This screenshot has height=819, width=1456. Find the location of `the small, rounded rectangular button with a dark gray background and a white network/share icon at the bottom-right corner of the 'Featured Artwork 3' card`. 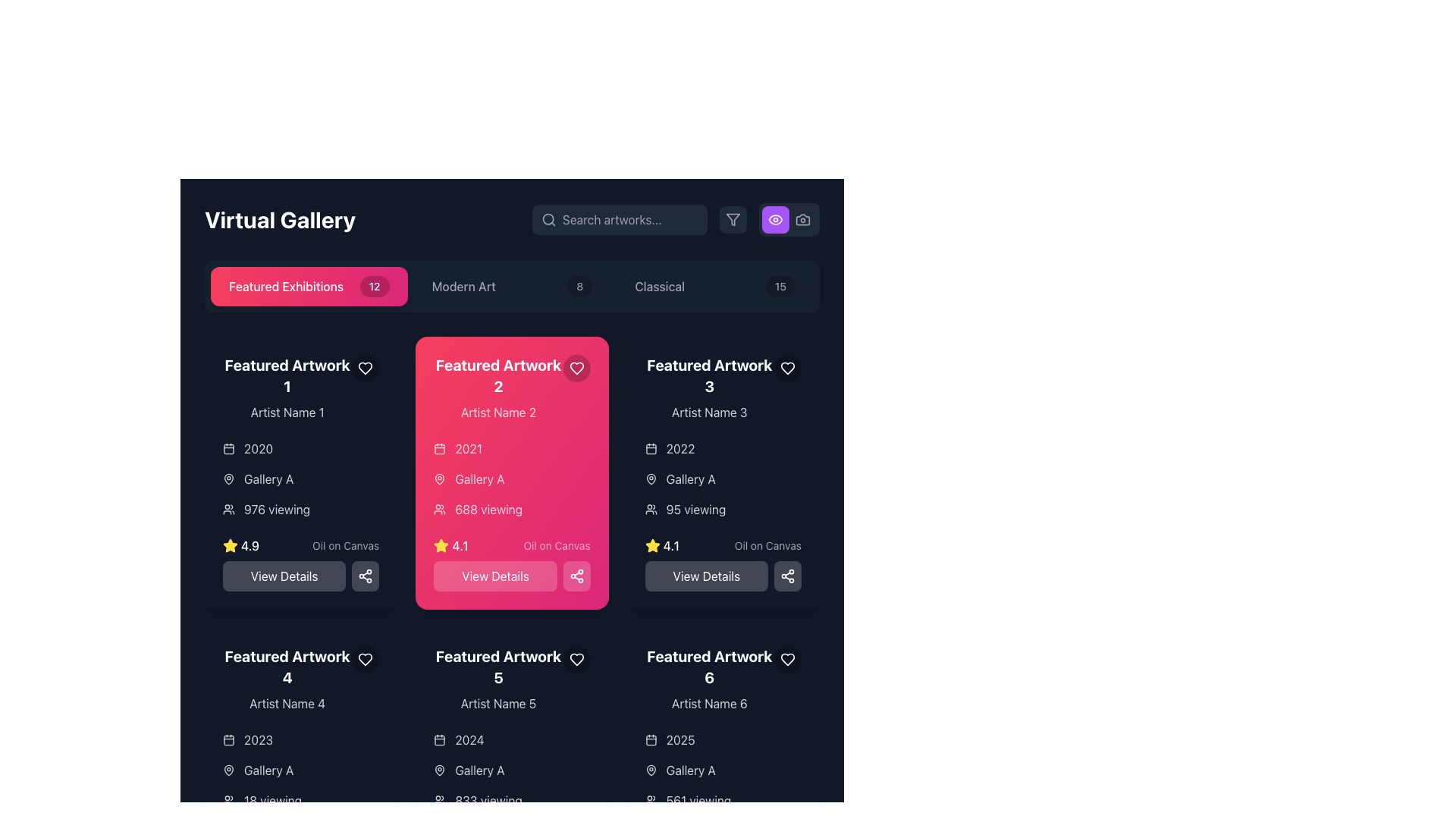

the small, rounded rectangular button with a dark gray background and a white network/share icon at the bottom-right corner of the 'Featured Artwork 3' card is located at coordinates (787, 576).